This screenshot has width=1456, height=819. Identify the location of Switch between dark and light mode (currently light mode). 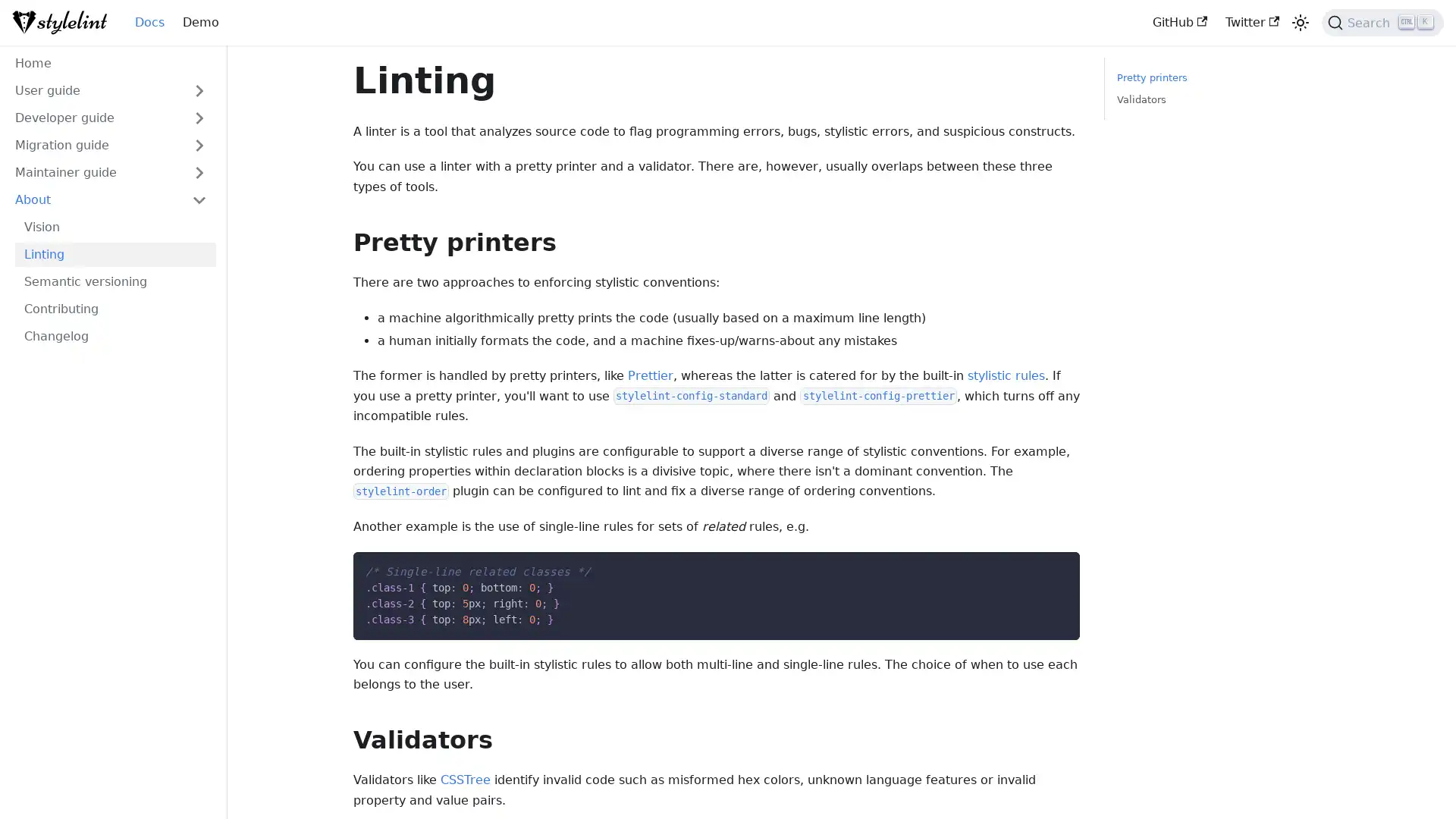
(1299, 23).